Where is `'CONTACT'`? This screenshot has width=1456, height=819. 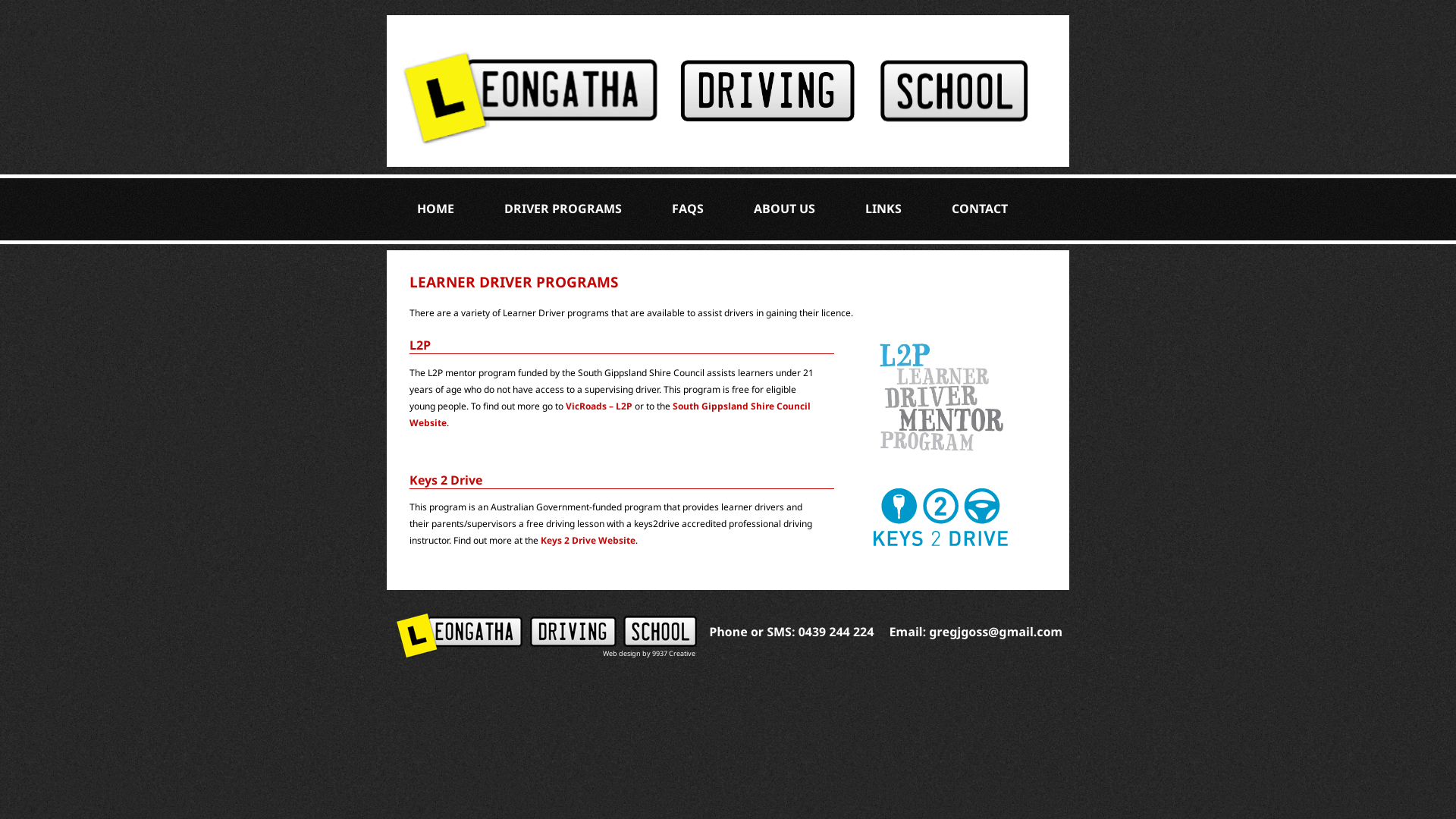
'CONTACT' is located at coordinates (979, 208).